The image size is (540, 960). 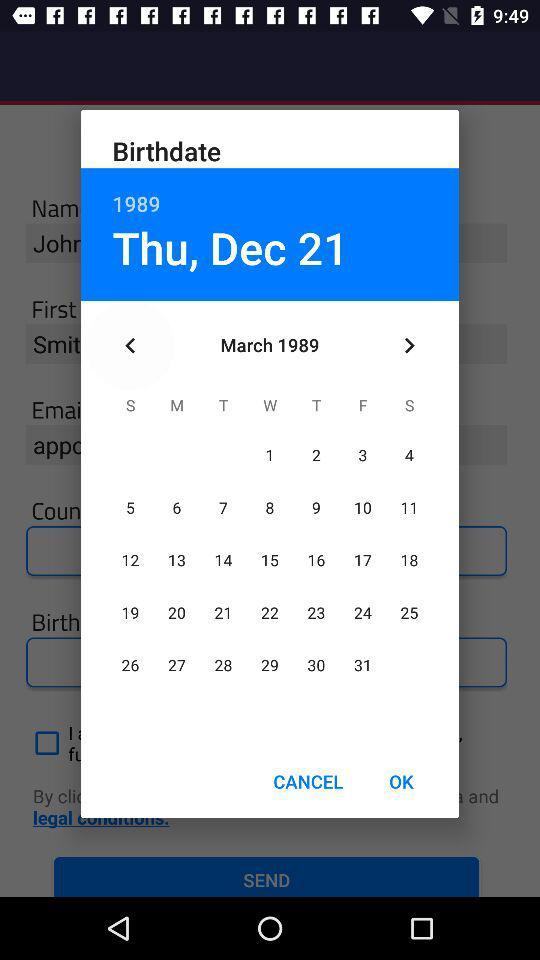 What do you see at coordinates (408, 345) in the screenshot?
I see `the icon on the right` at bounding box center [408, 345].